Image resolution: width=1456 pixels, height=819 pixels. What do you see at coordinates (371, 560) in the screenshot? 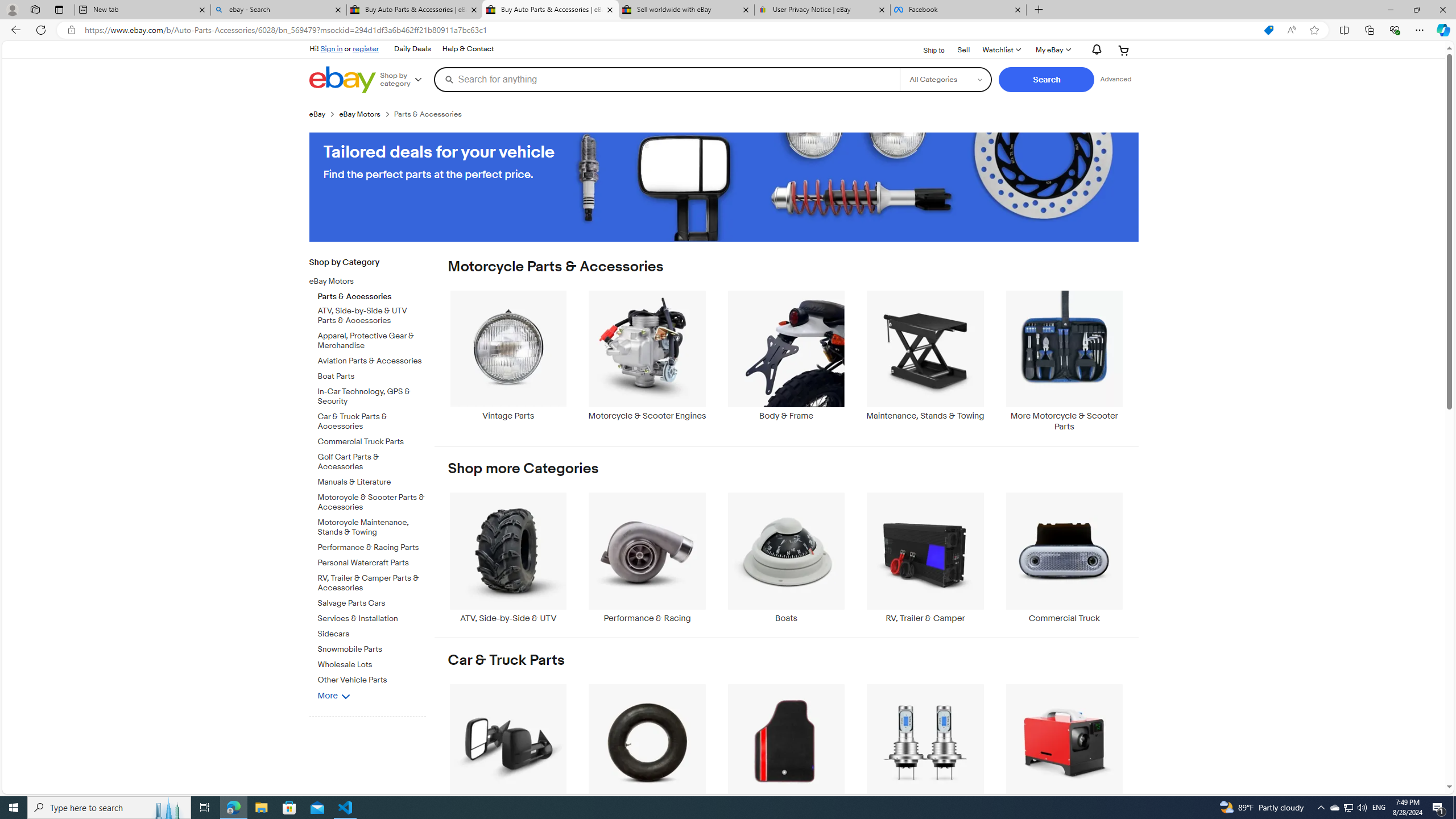
I see `'Personal Watercraft Parts'` at bounding box center [371, 560].